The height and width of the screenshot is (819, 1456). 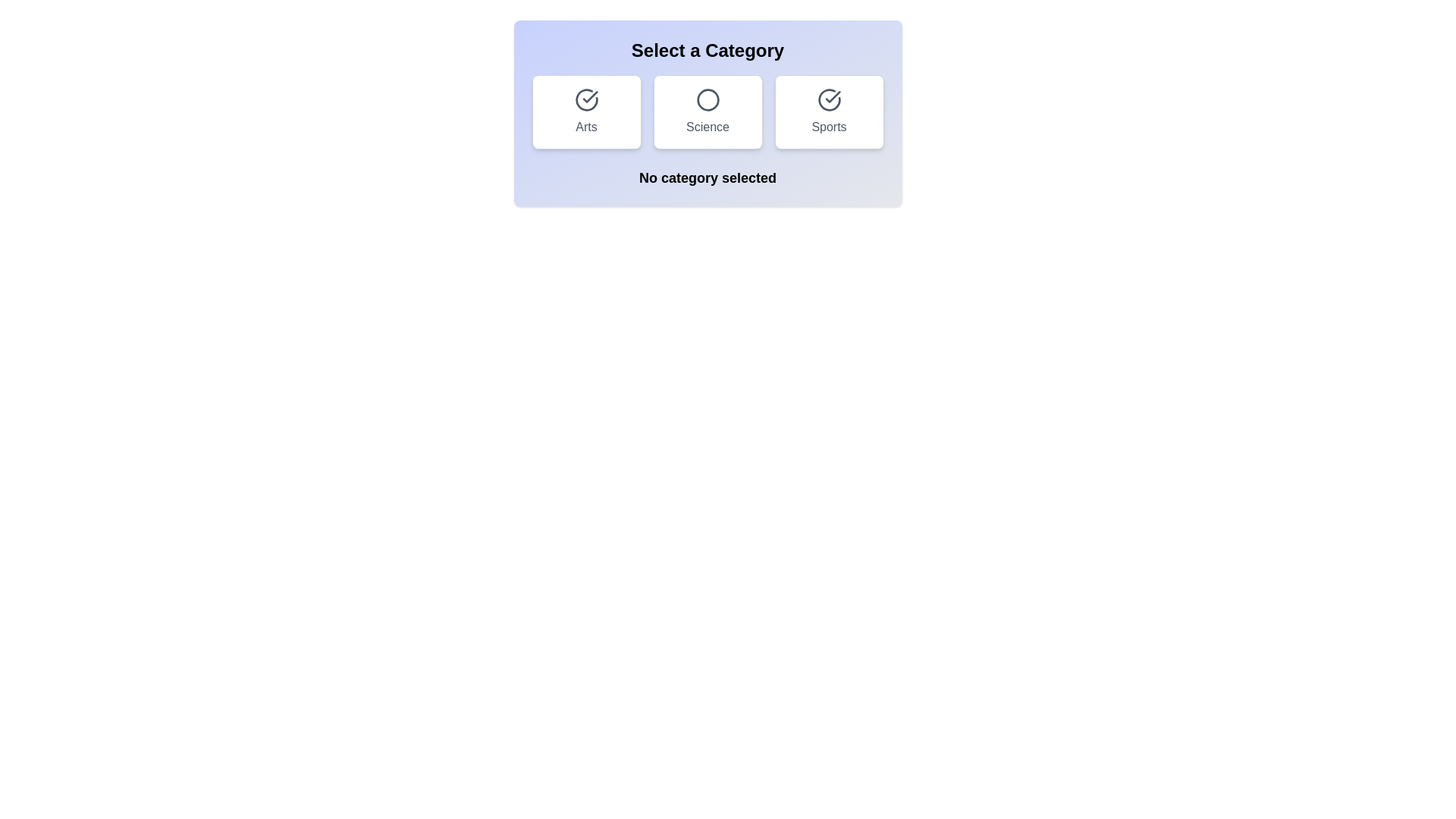 I want to click on the rectangular button labeled 'Sports', which has a white background and a checkmark icon above the label, so click(x=828, y=111).